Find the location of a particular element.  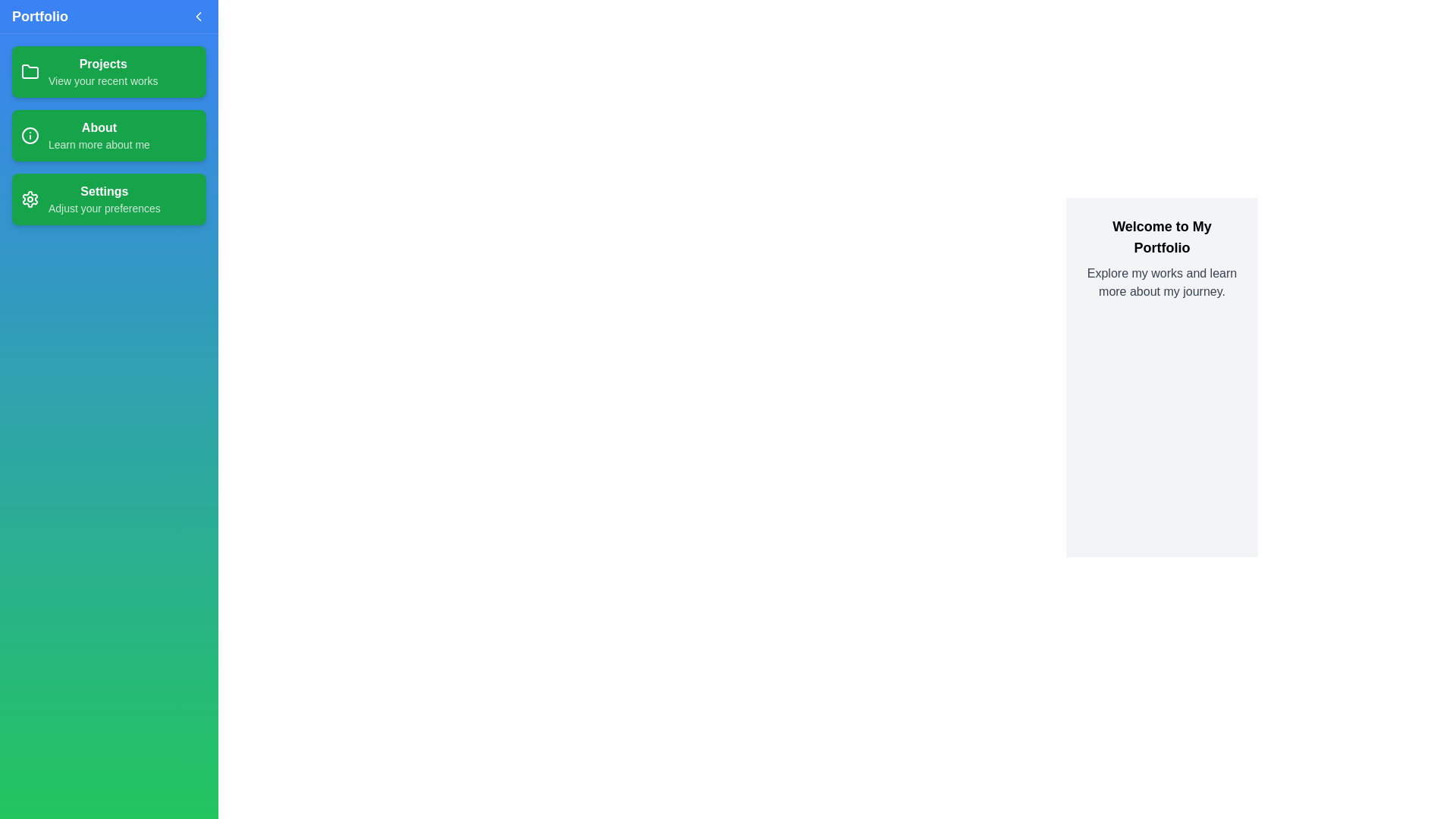

the section labeled 'About' to observe its hover effect is located at coordinates (108, 134).